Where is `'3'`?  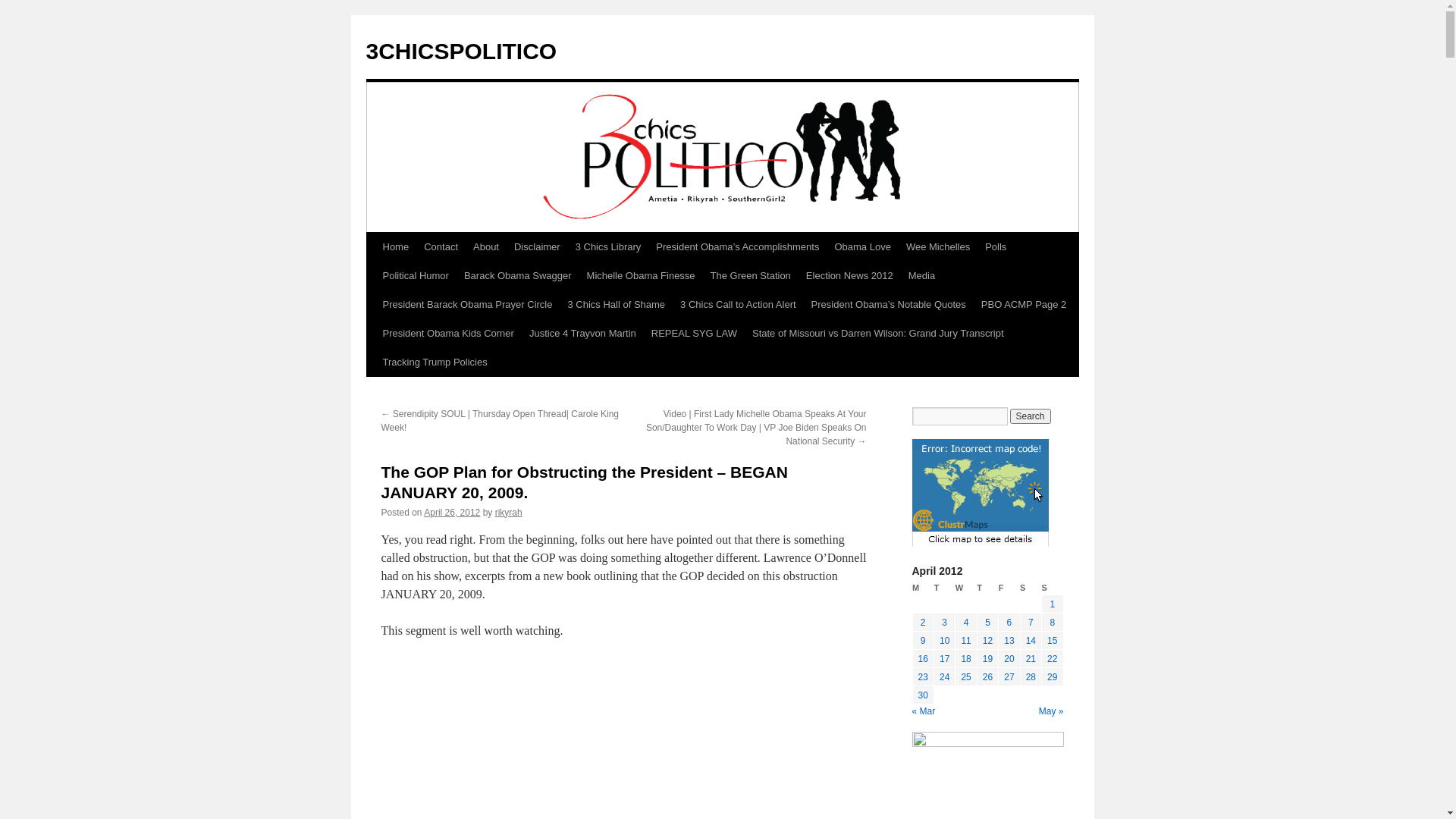
'3' is located at coordinates (943, 623).